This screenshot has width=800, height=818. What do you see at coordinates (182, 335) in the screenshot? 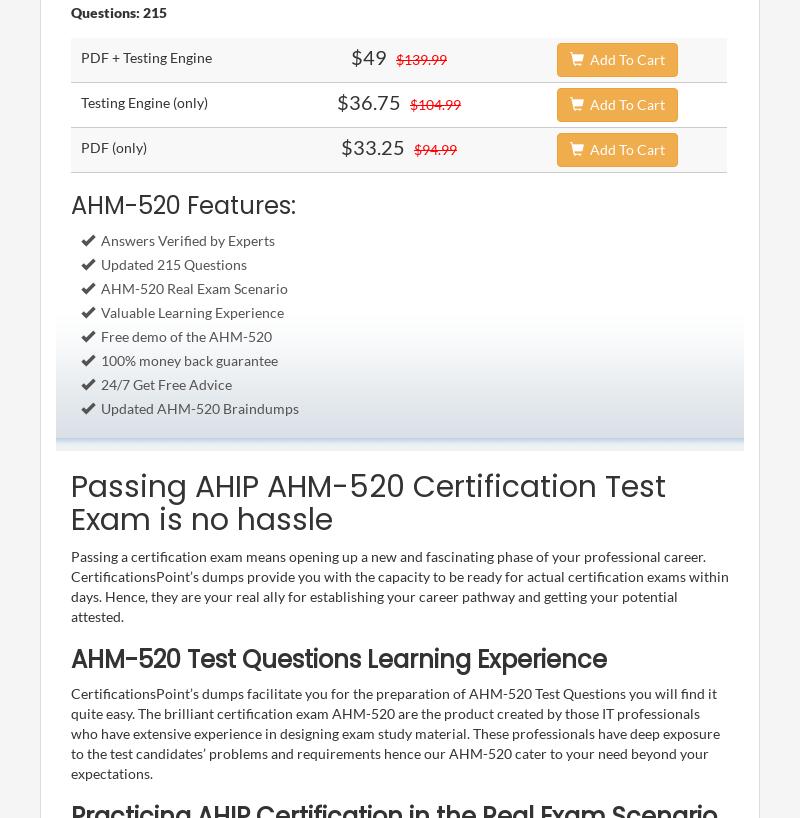
I see `'Free demo of the AHM-520'` at bounding box center [182, 335].